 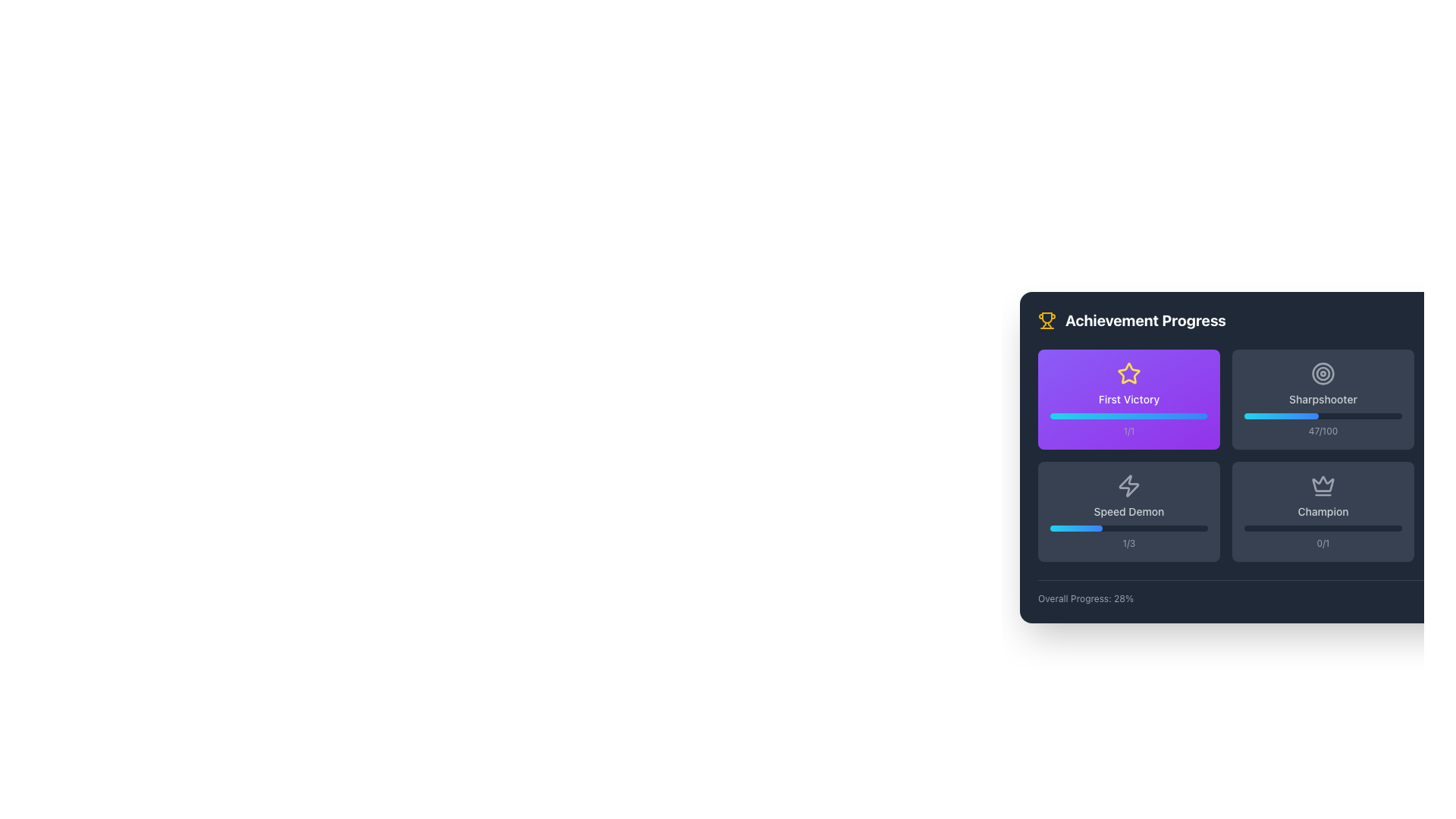 What do you see at coordinates (1323, 512) in the screenshot?
I see `the Achievement Progress Indicator that displays the progression status for the 'Champion' achievement, located in the bottom-right corner of the grid` at bounding box center [1323, 512].